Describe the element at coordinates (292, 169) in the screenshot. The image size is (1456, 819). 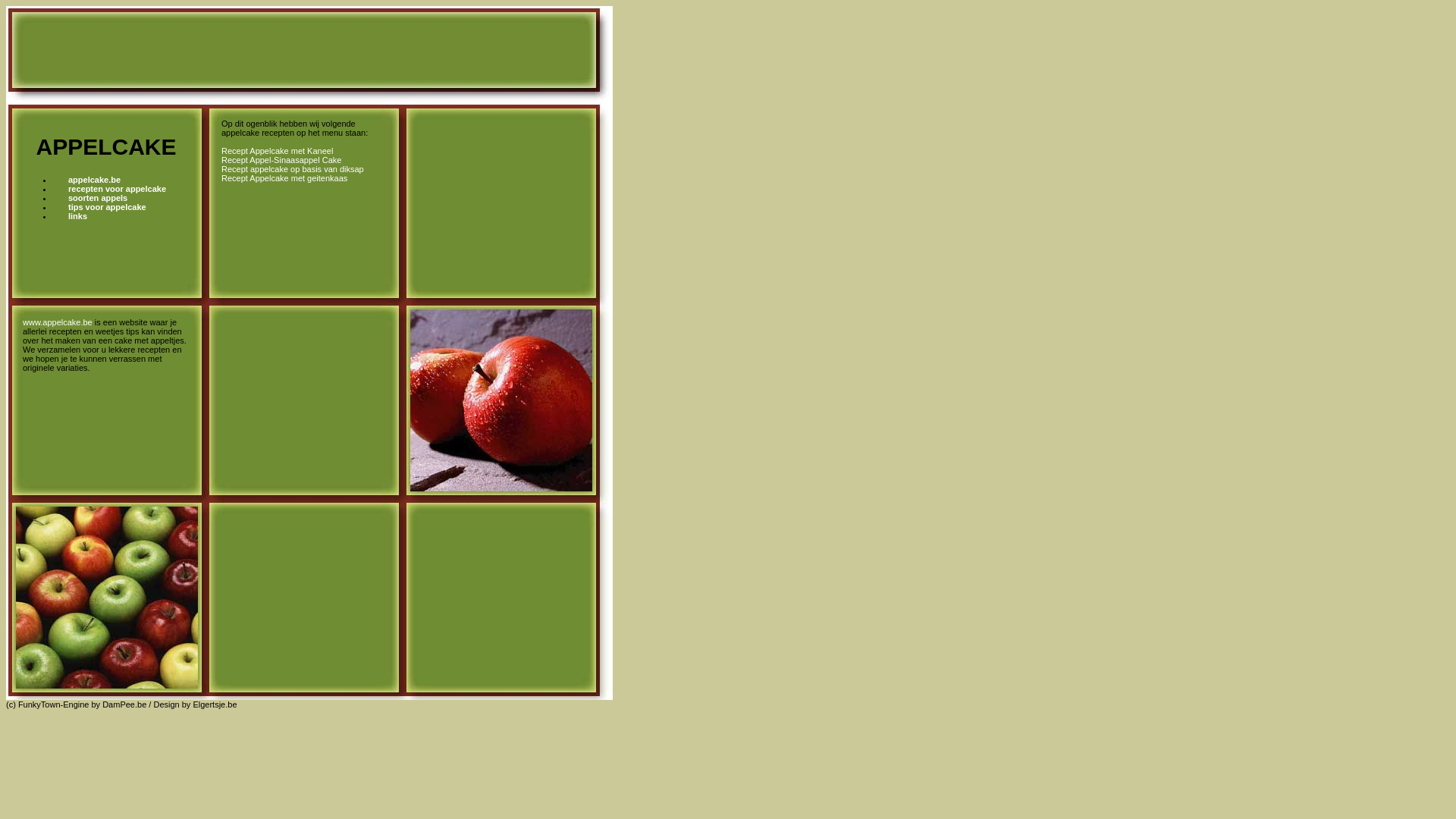
I see `'Recept appelcake op basis van diksap'` at that location.